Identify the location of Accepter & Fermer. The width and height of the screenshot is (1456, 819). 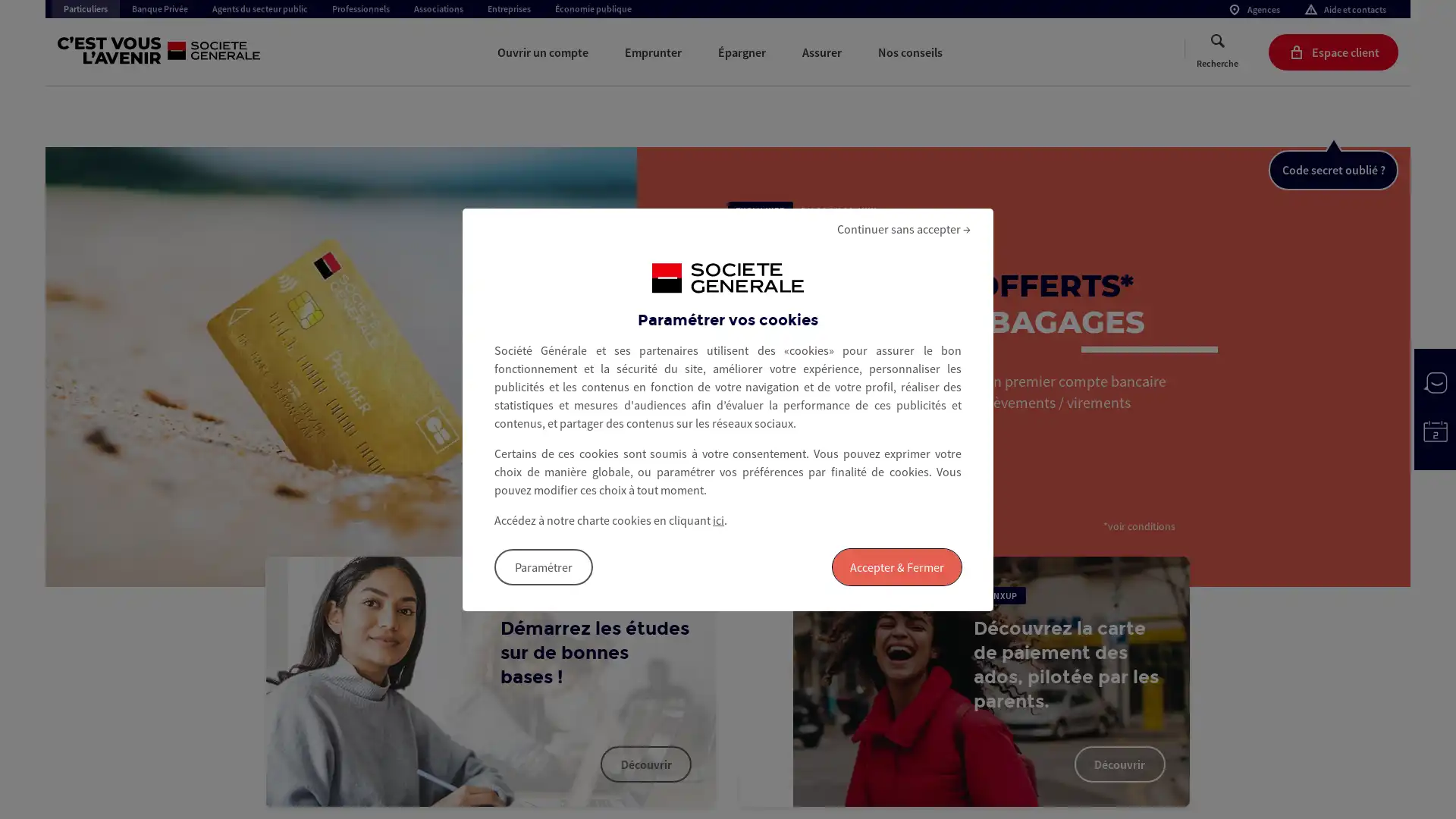
(896, 566).